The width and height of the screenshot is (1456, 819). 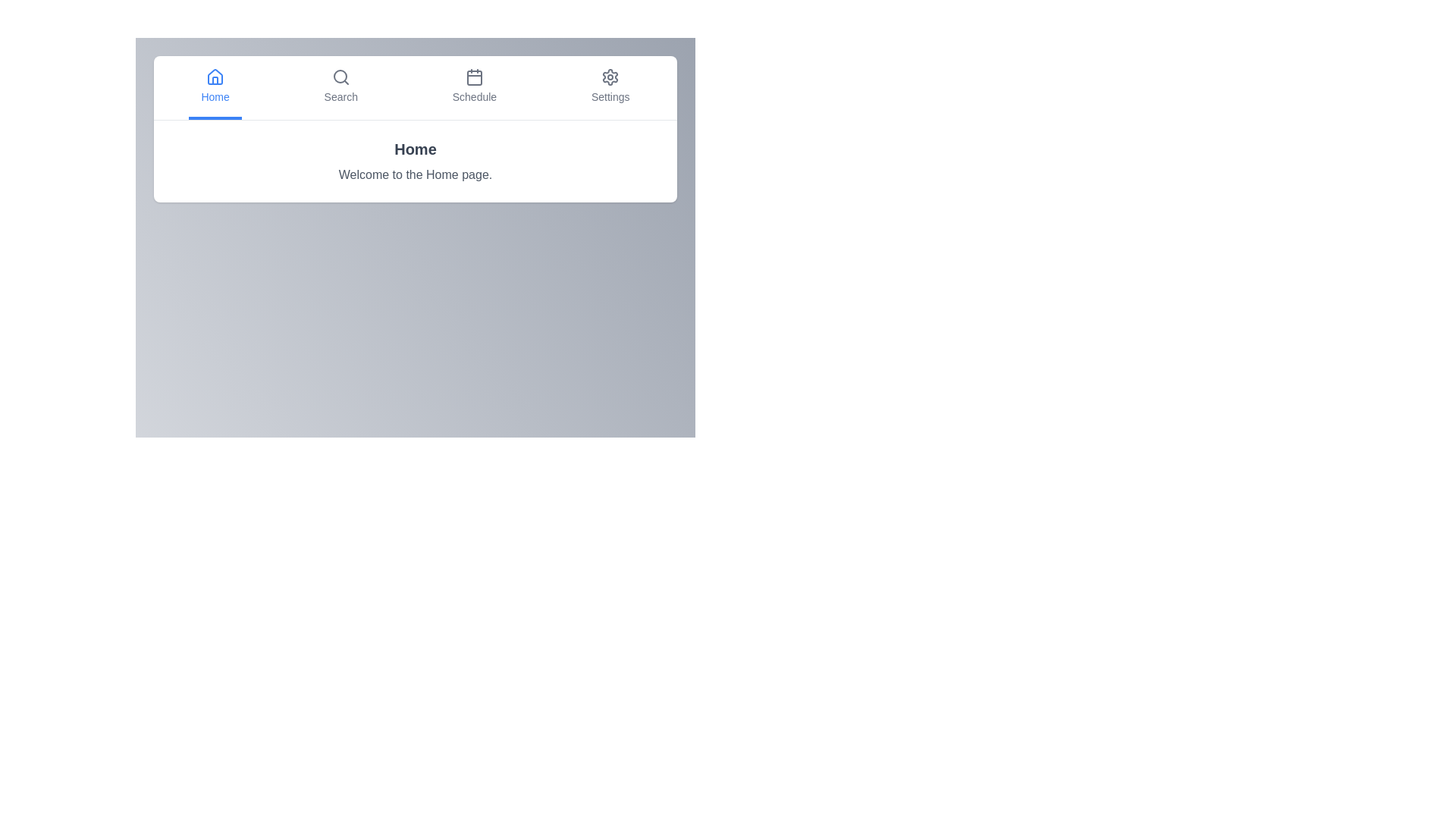 I want to click on the tab labeled Search, so click(x=340, y=87).